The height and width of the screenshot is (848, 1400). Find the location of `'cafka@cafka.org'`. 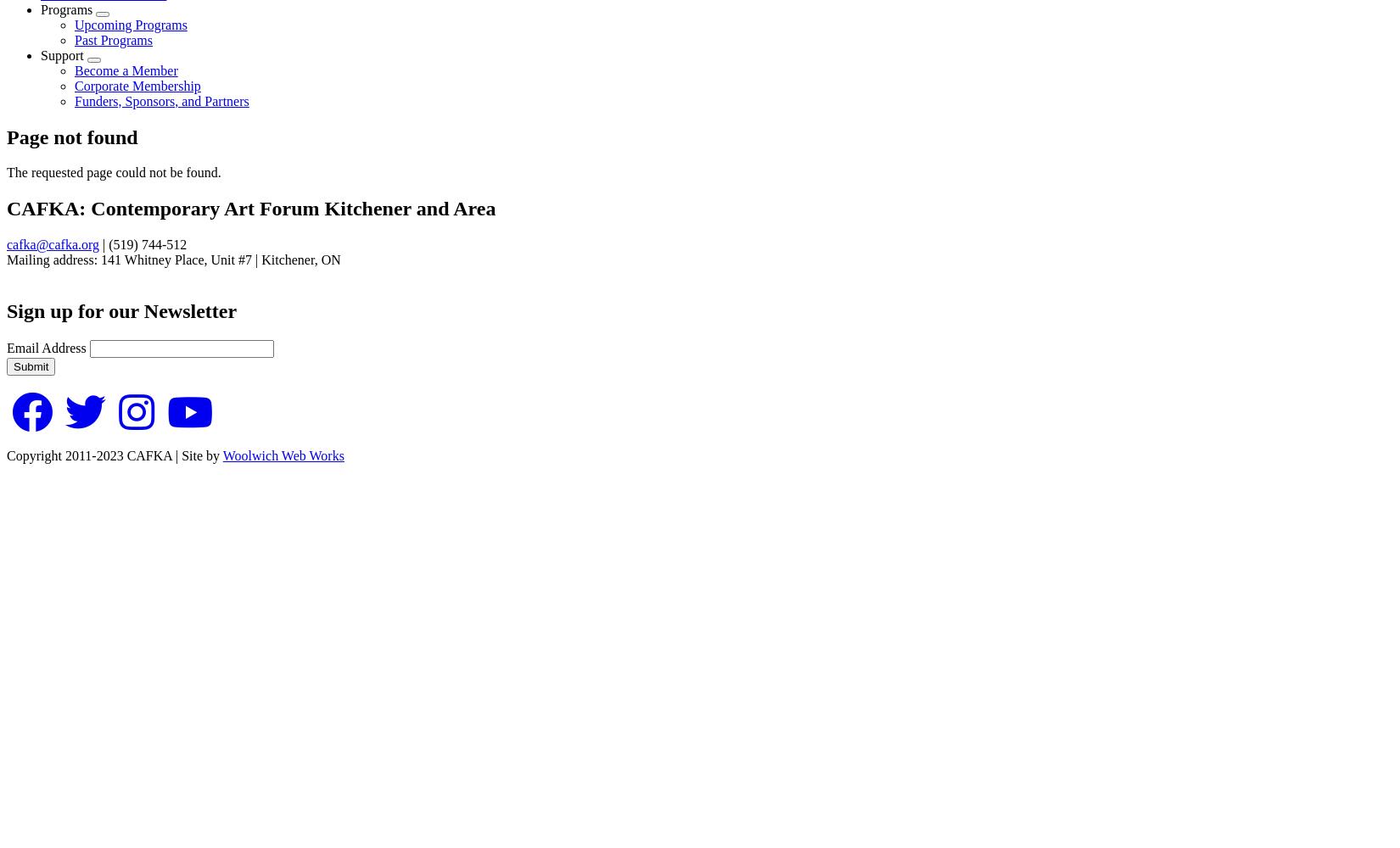

'cafka@cafka.org' is located at coordinates (53, 244).